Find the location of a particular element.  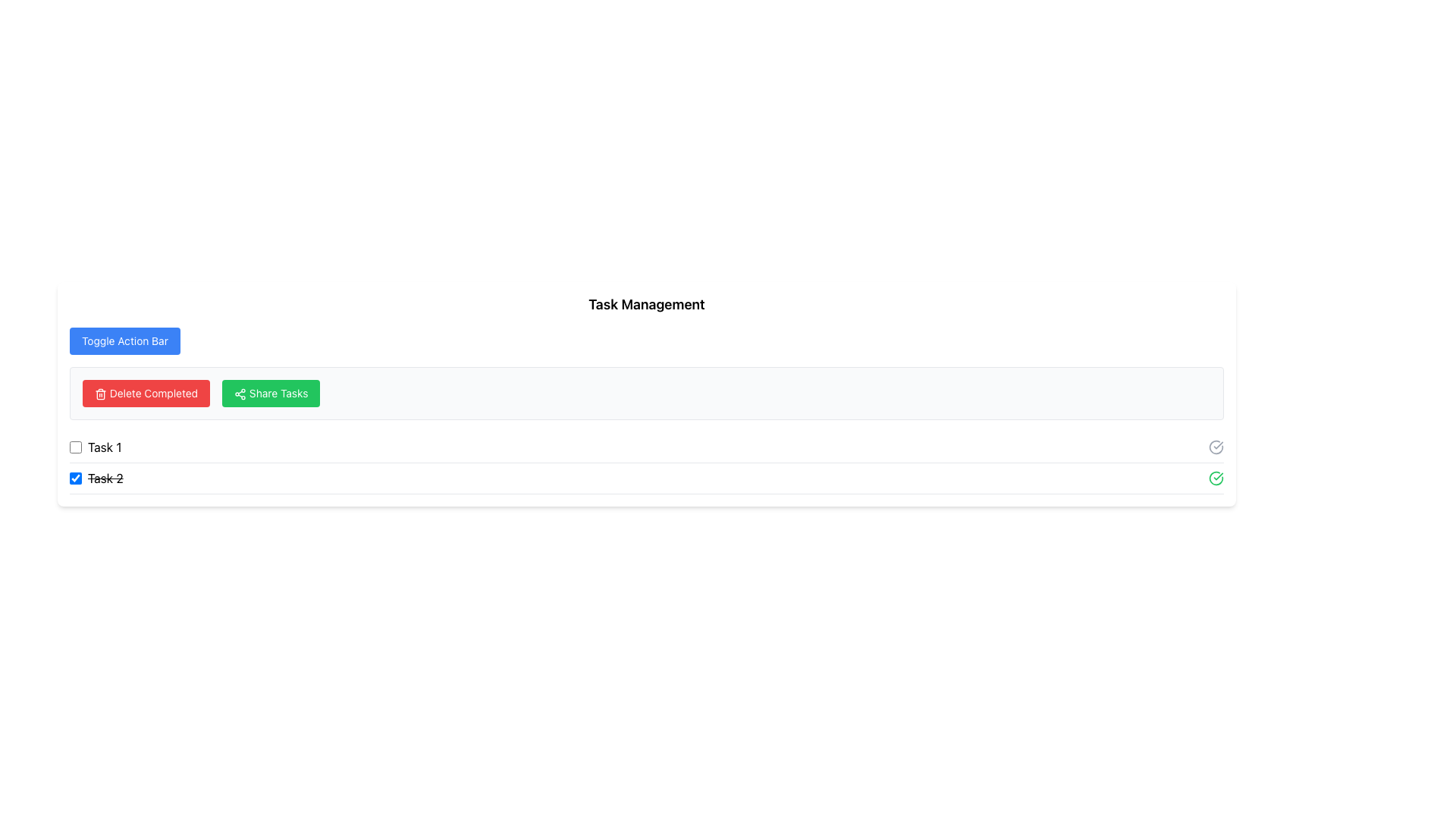

the middle part of the trash can icon is located at coordinates (100, 394).